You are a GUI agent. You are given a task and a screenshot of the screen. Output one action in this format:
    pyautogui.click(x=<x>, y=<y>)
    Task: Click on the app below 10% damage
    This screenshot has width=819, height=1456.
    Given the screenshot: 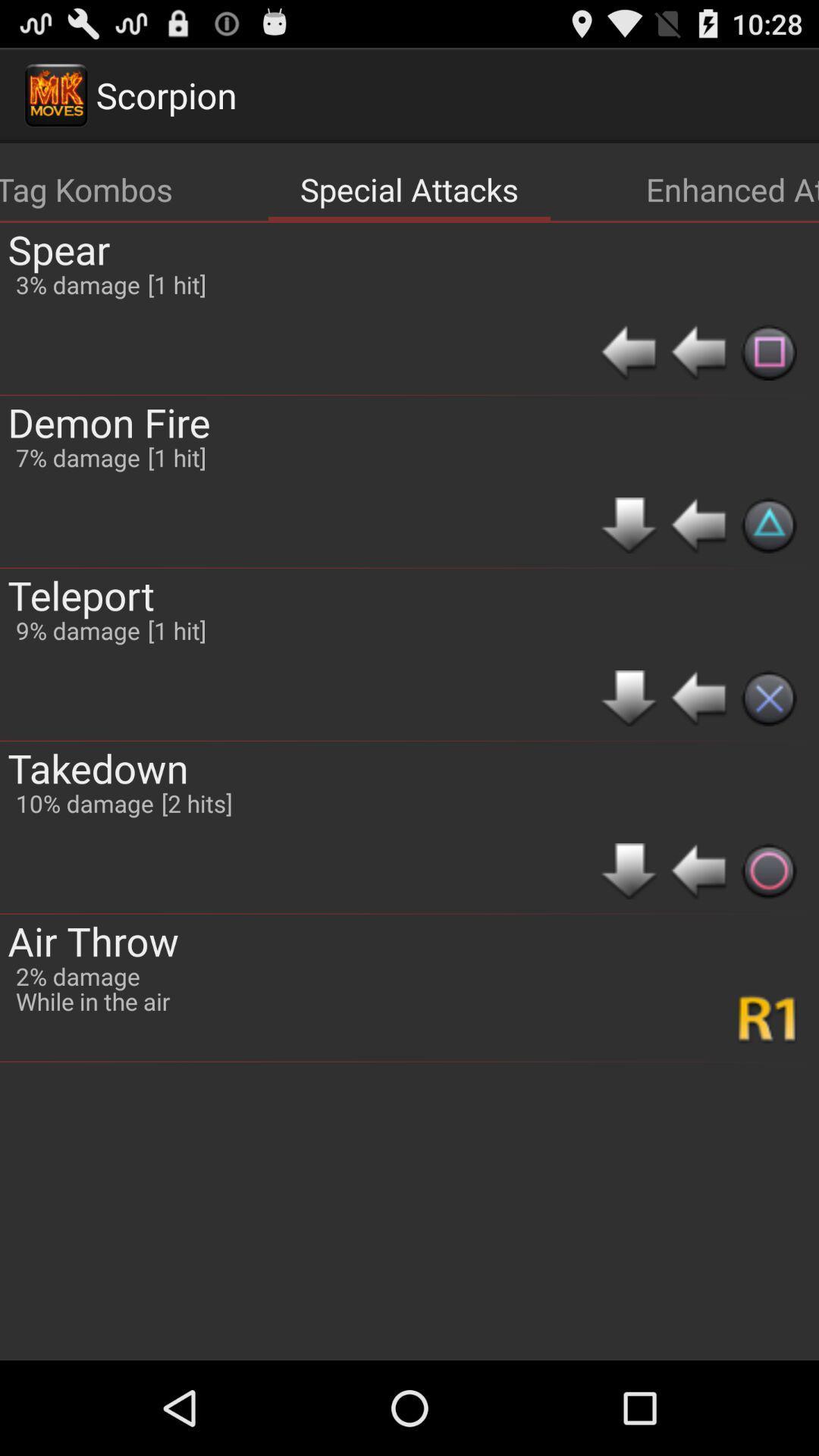 What is the action you would take?
    pyautogui.click(x=93, y=940)
    